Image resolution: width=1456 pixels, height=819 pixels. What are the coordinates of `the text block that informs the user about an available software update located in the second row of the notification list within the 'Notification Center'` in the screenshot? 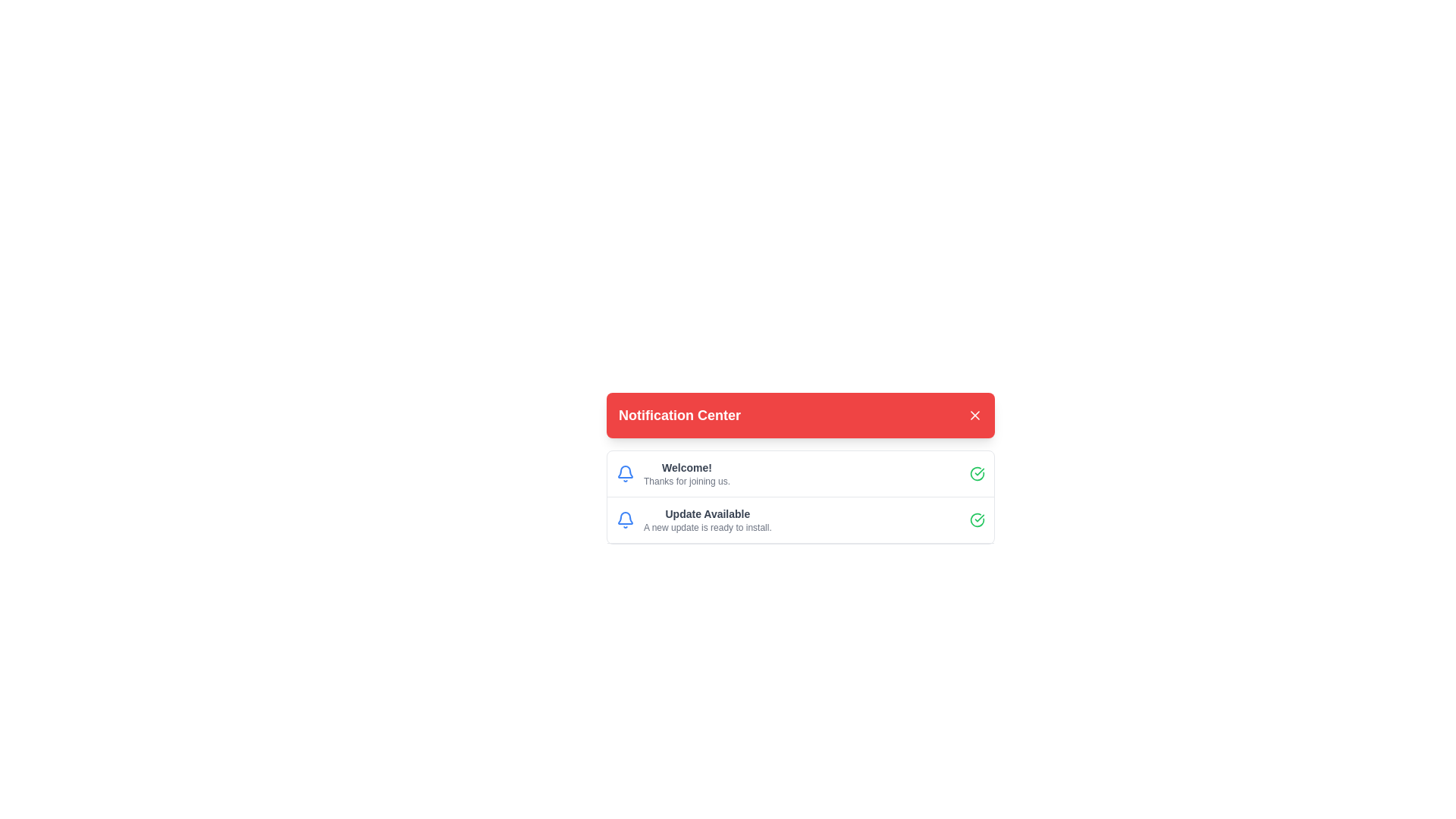 It's located at (707, 519).